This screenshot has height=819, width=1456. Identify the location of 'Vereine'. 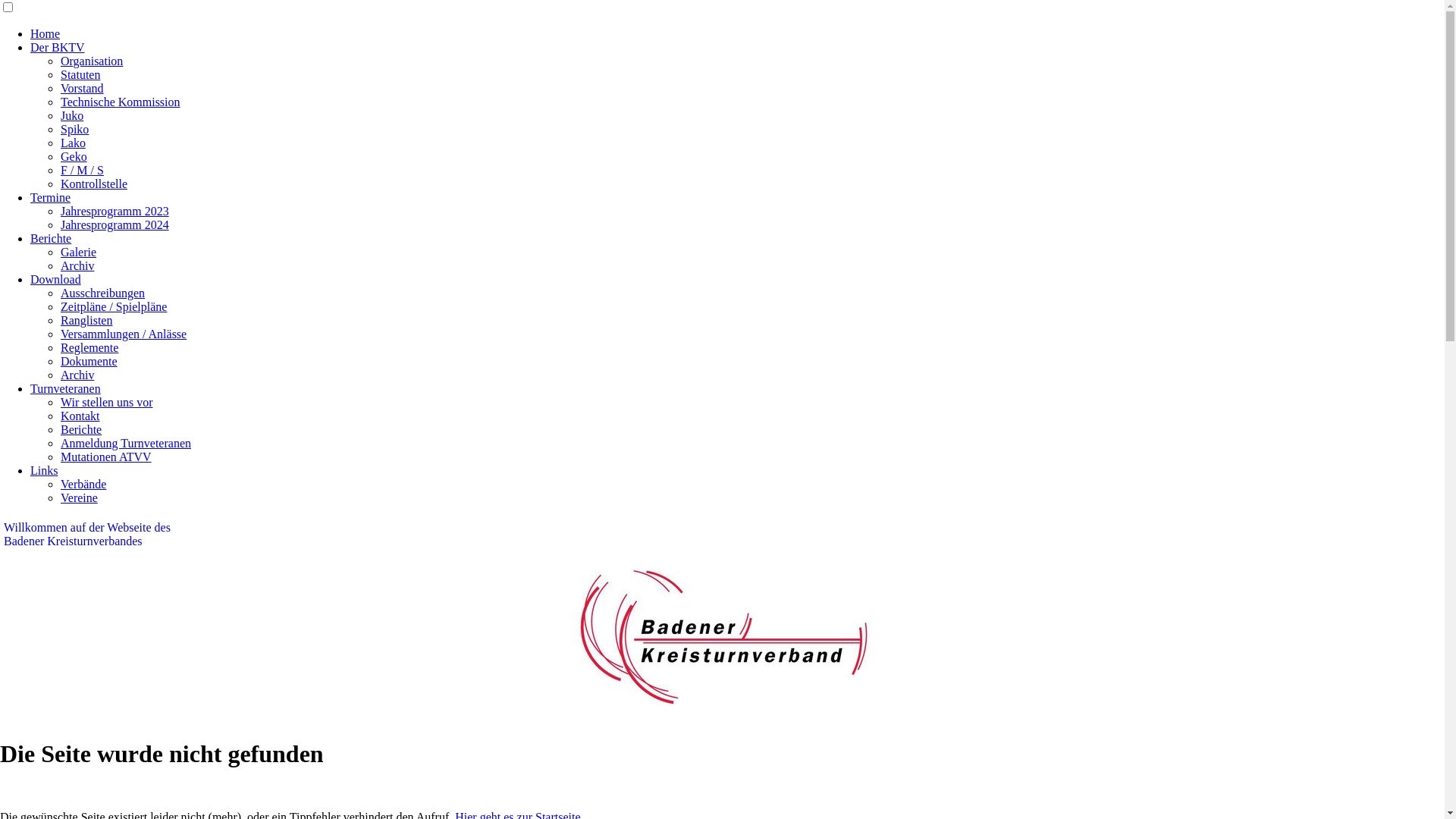
(78, 497).